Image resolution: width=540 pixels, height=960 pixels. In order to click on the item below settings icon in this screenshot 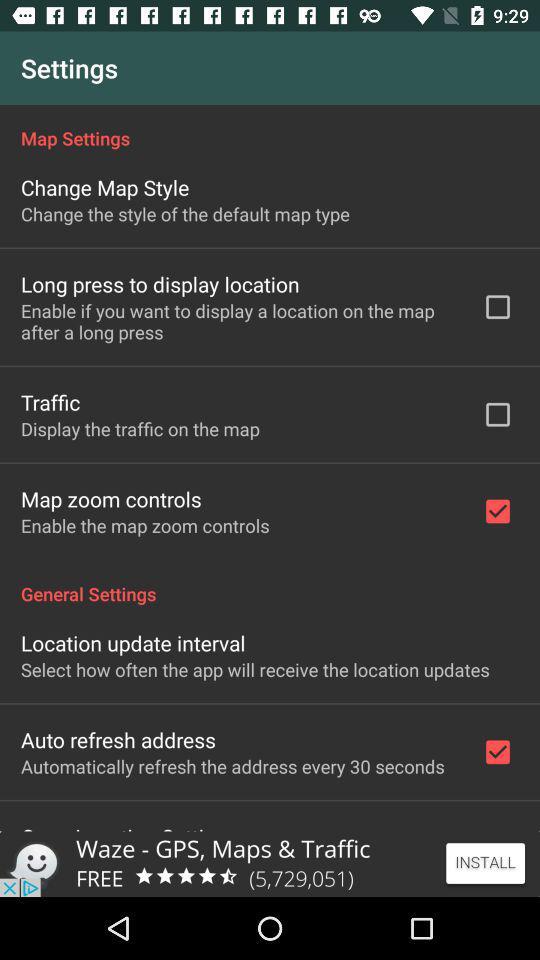, I will do `click(270, 126)`.